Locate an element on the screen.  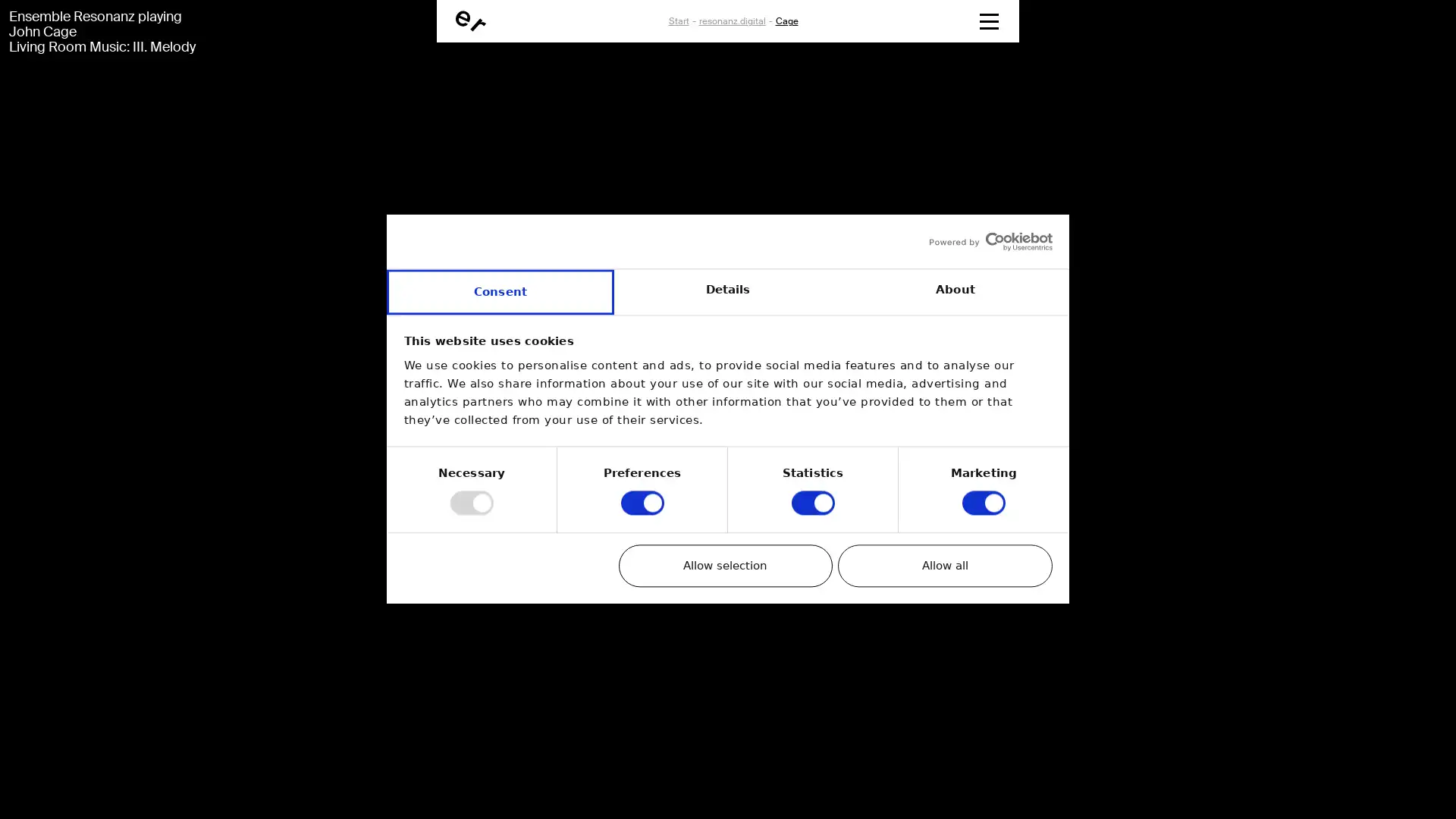
08 is located at coordinates (1024, 801).